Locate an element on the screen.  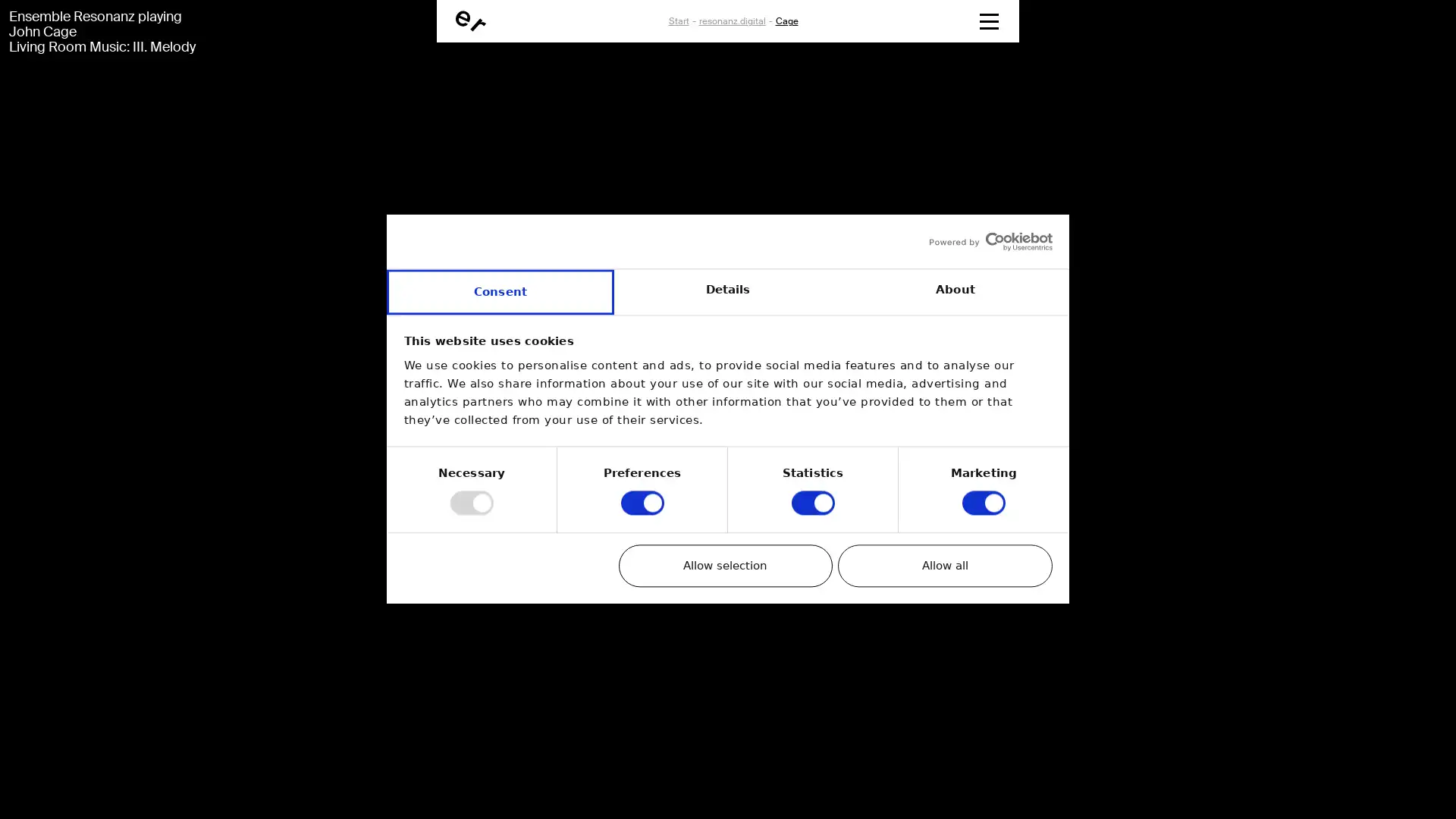
08 is located at coordinates (1024, 801).